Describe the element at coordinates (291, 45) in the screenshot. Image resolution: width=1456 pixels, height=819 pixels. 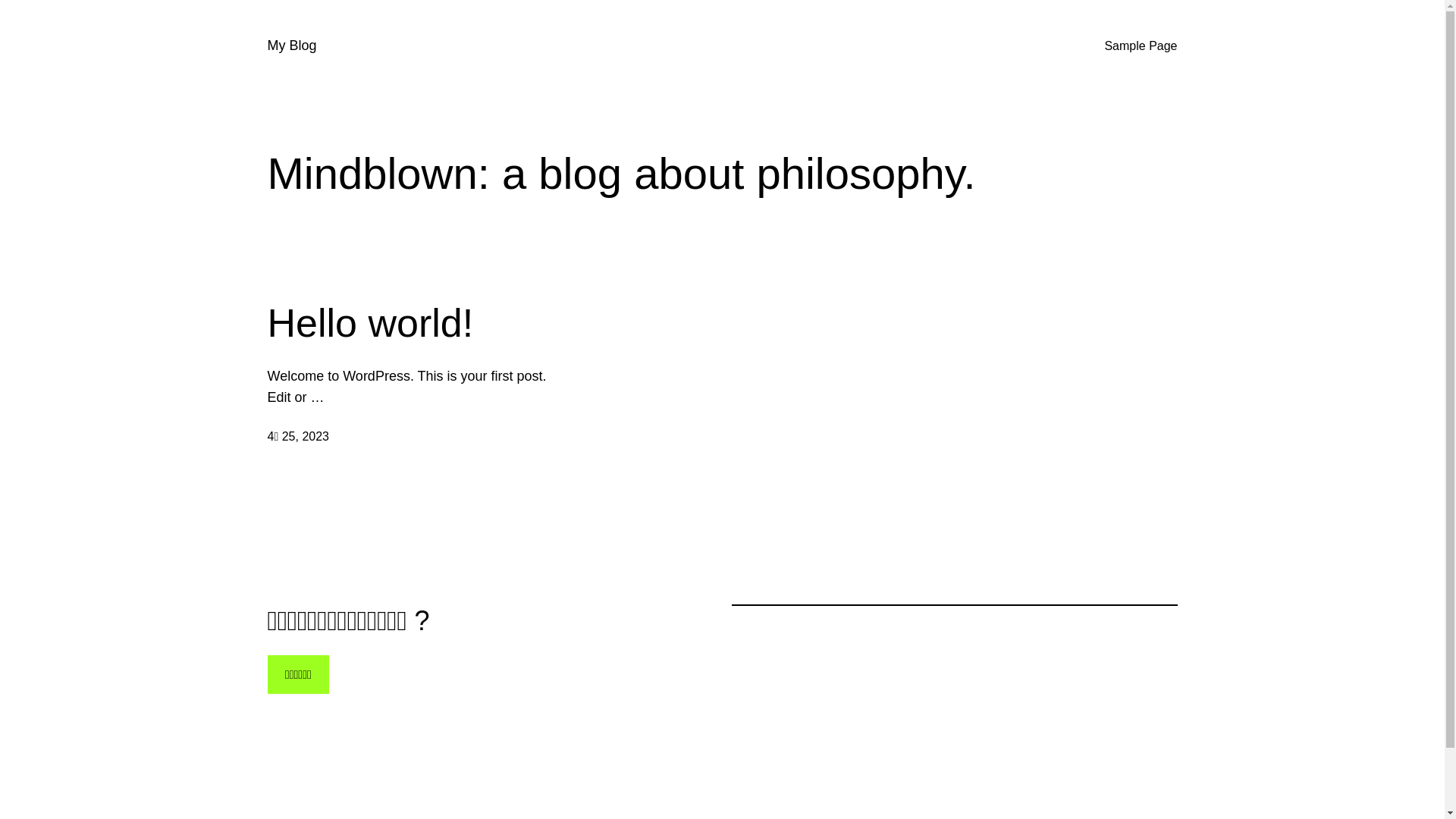
I see `'My Blog'` at that location.